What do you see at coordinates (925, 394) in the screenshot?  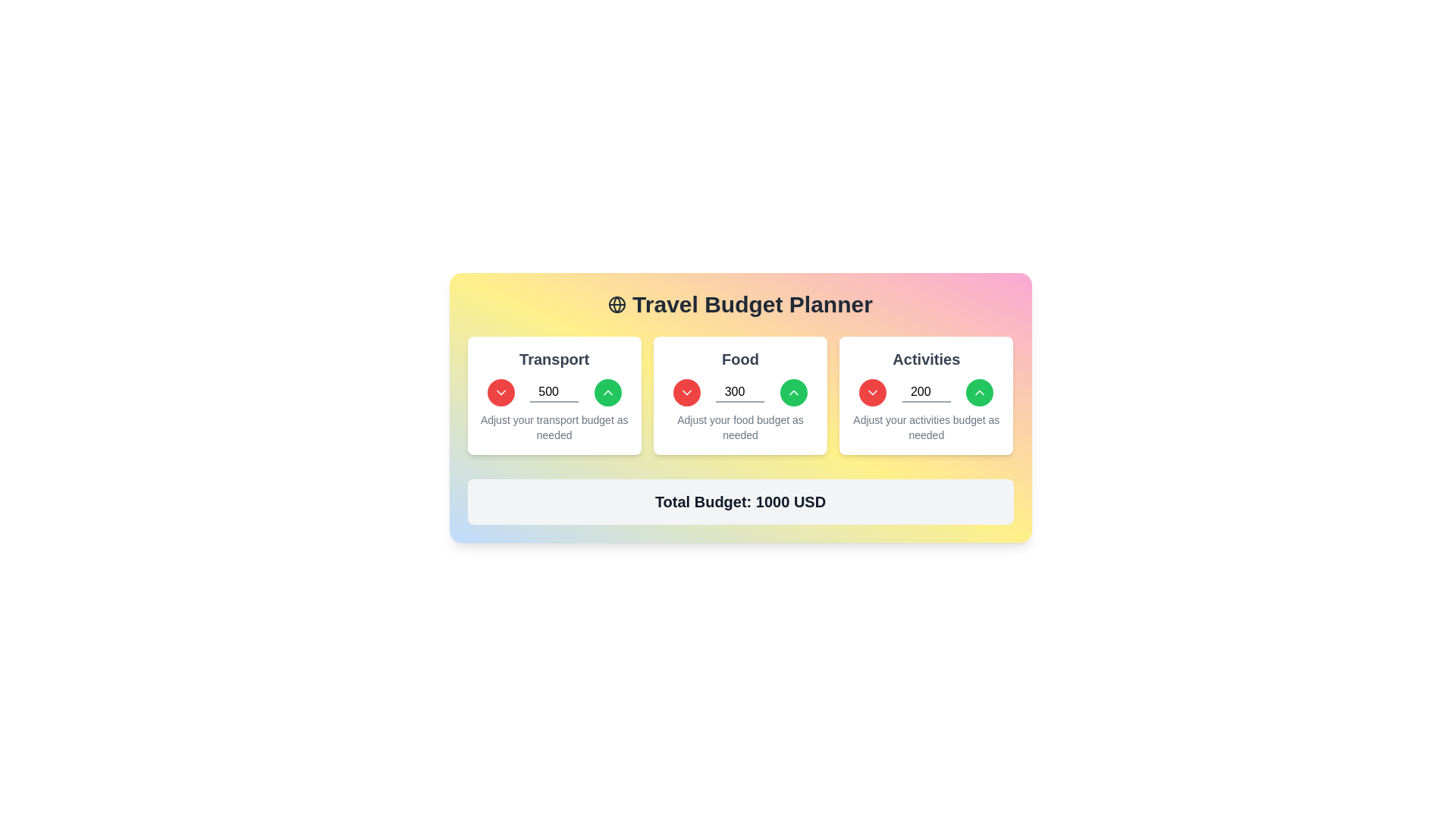 I see `the interactive buttons of the budget adjustment element, which is the rightmost section in a grid layout, for visual feedback` at bounding box center [925, 394].